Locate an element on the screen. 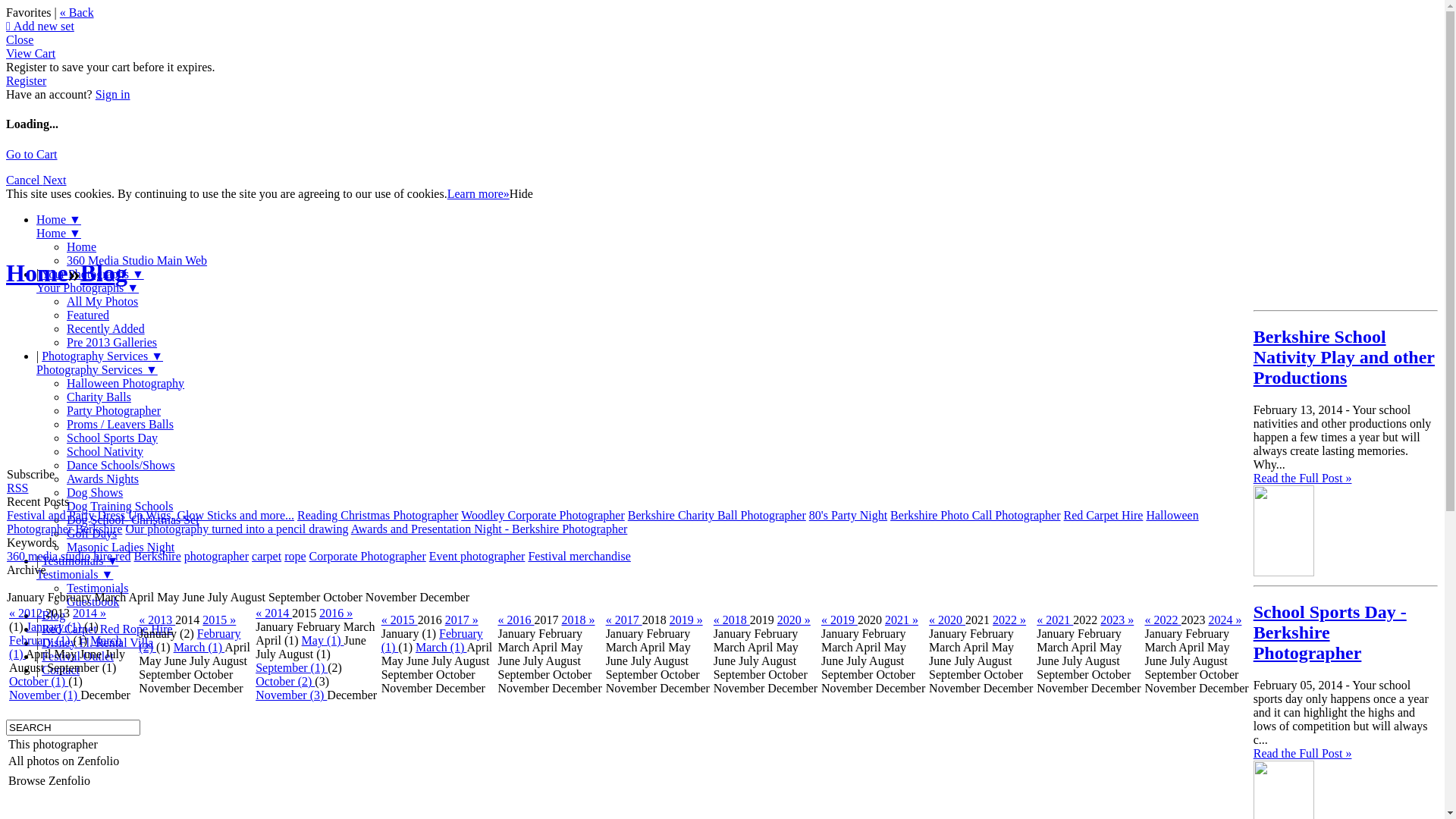  'Dog Shows' is located at coordinates (93, 492).